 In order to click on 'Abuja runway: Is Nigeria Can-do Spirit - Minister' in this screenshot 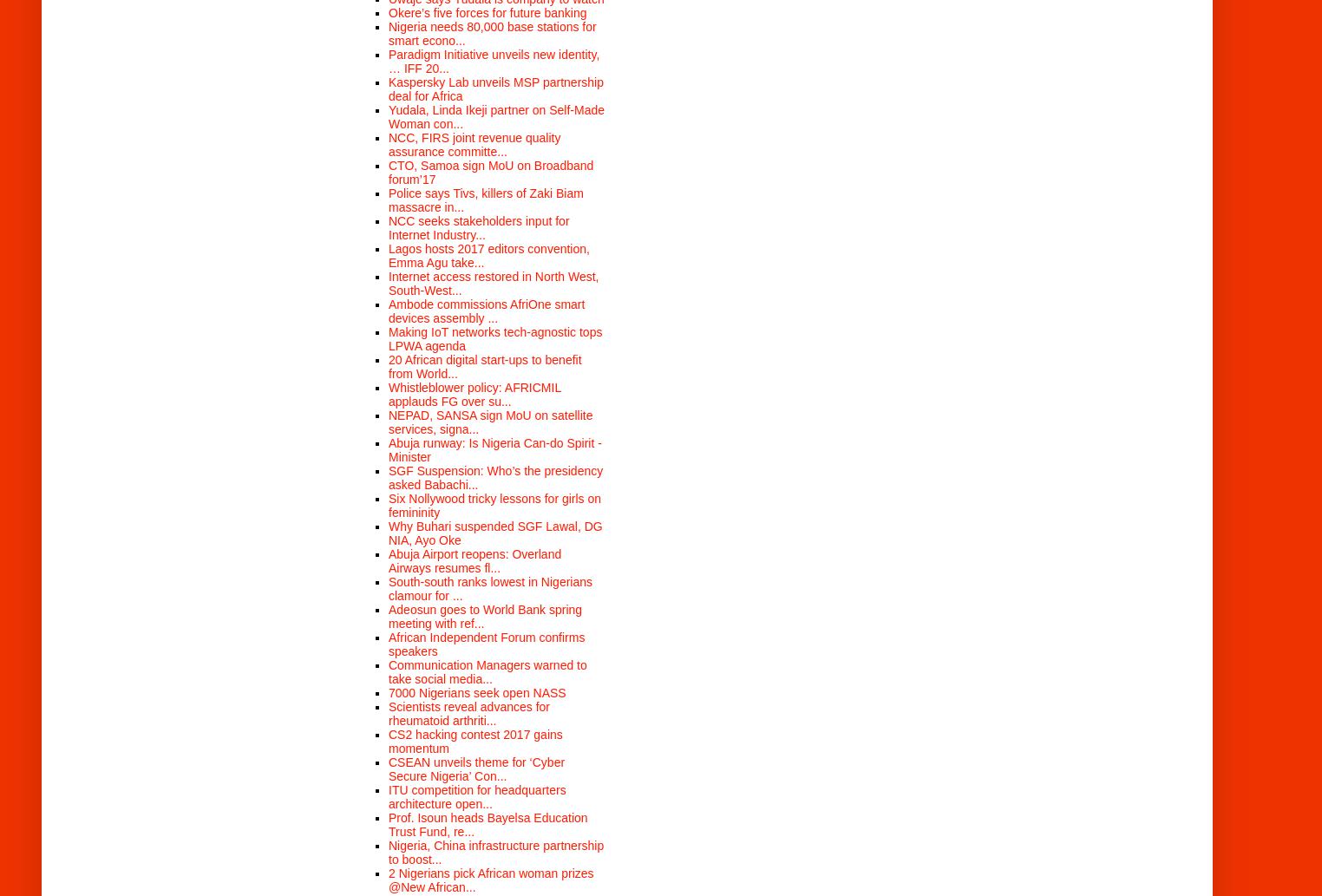, I will do `click(389, 448)`.